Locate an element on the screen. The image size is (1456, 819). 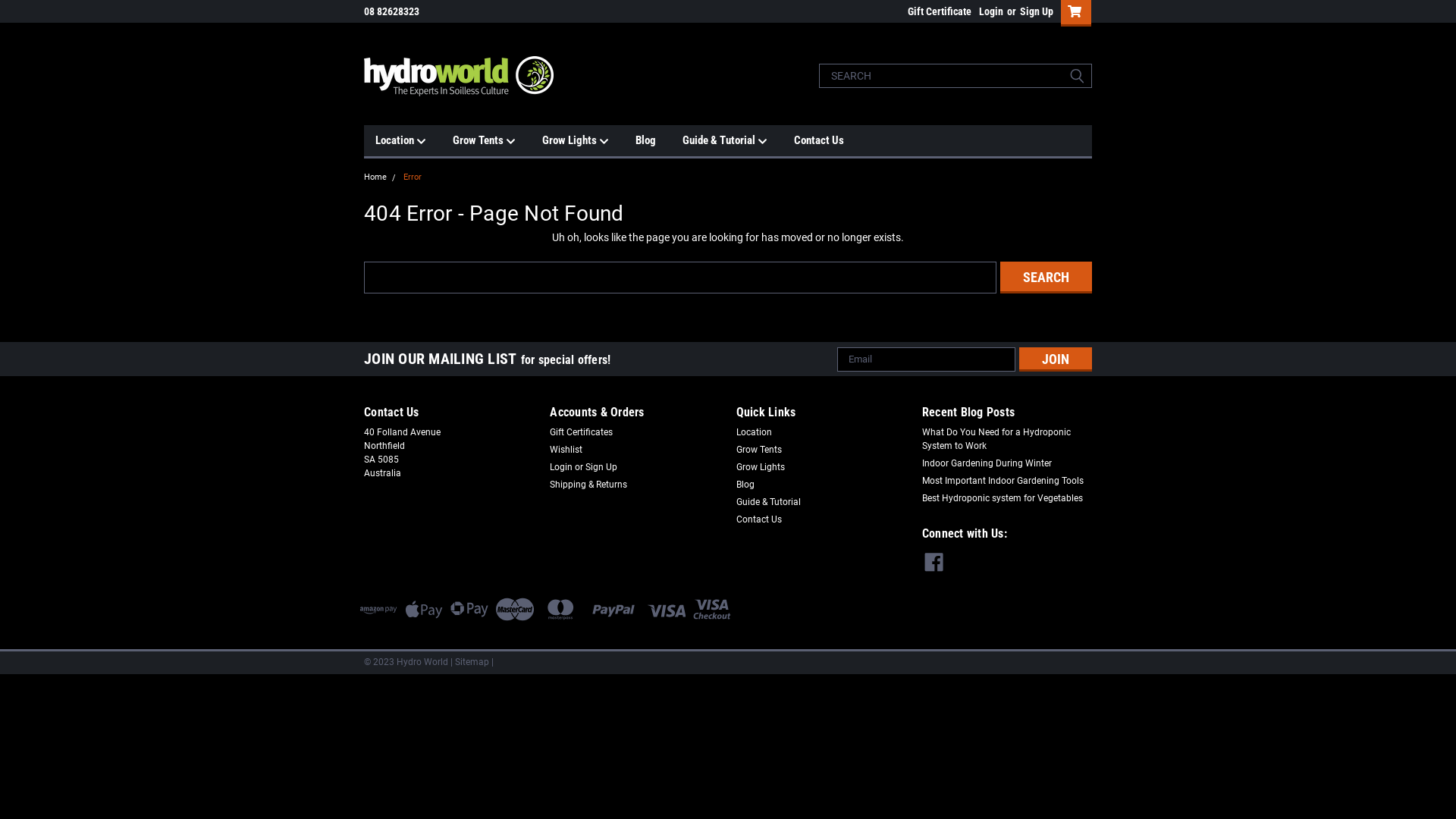
'Shipping & Returns' is located at coordinates (588, 485).